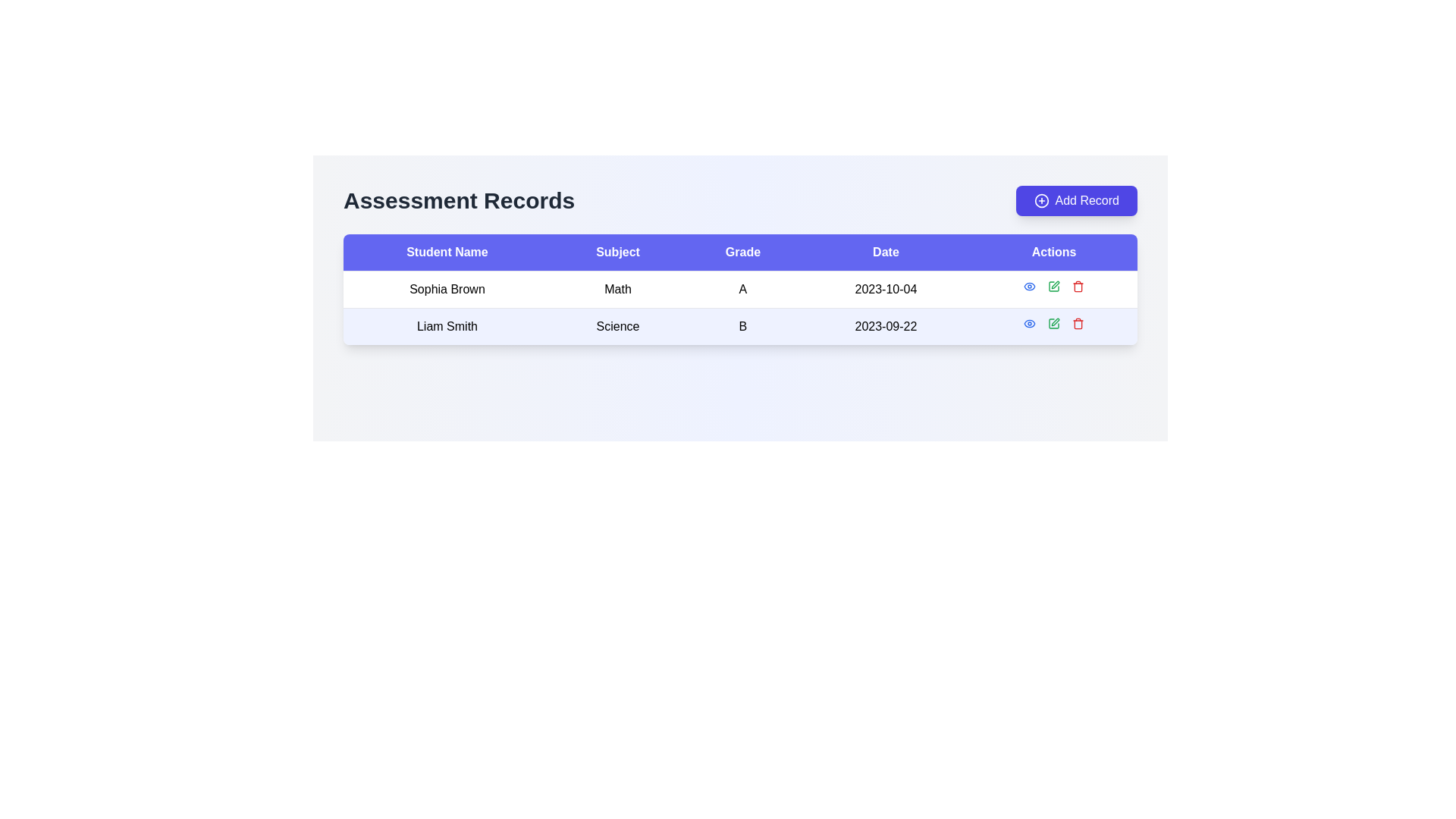  I want to click on the header labeled 'Grade' which is the third item from the left in the toolbar, positioned between 'Subject' and 'Date', so click(742, 252).